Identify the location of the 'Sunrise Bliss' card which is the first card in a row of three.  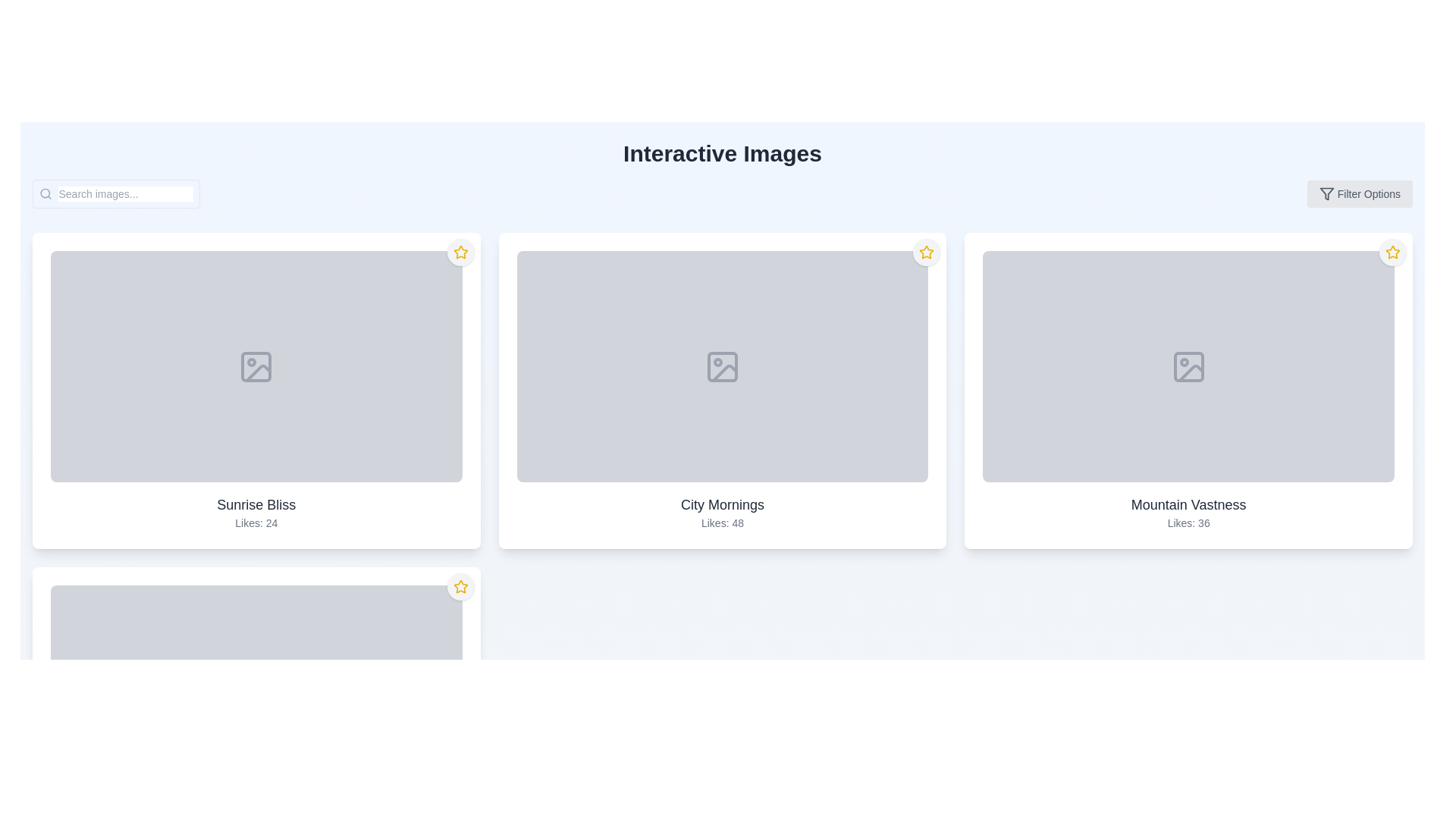
(256, 390).